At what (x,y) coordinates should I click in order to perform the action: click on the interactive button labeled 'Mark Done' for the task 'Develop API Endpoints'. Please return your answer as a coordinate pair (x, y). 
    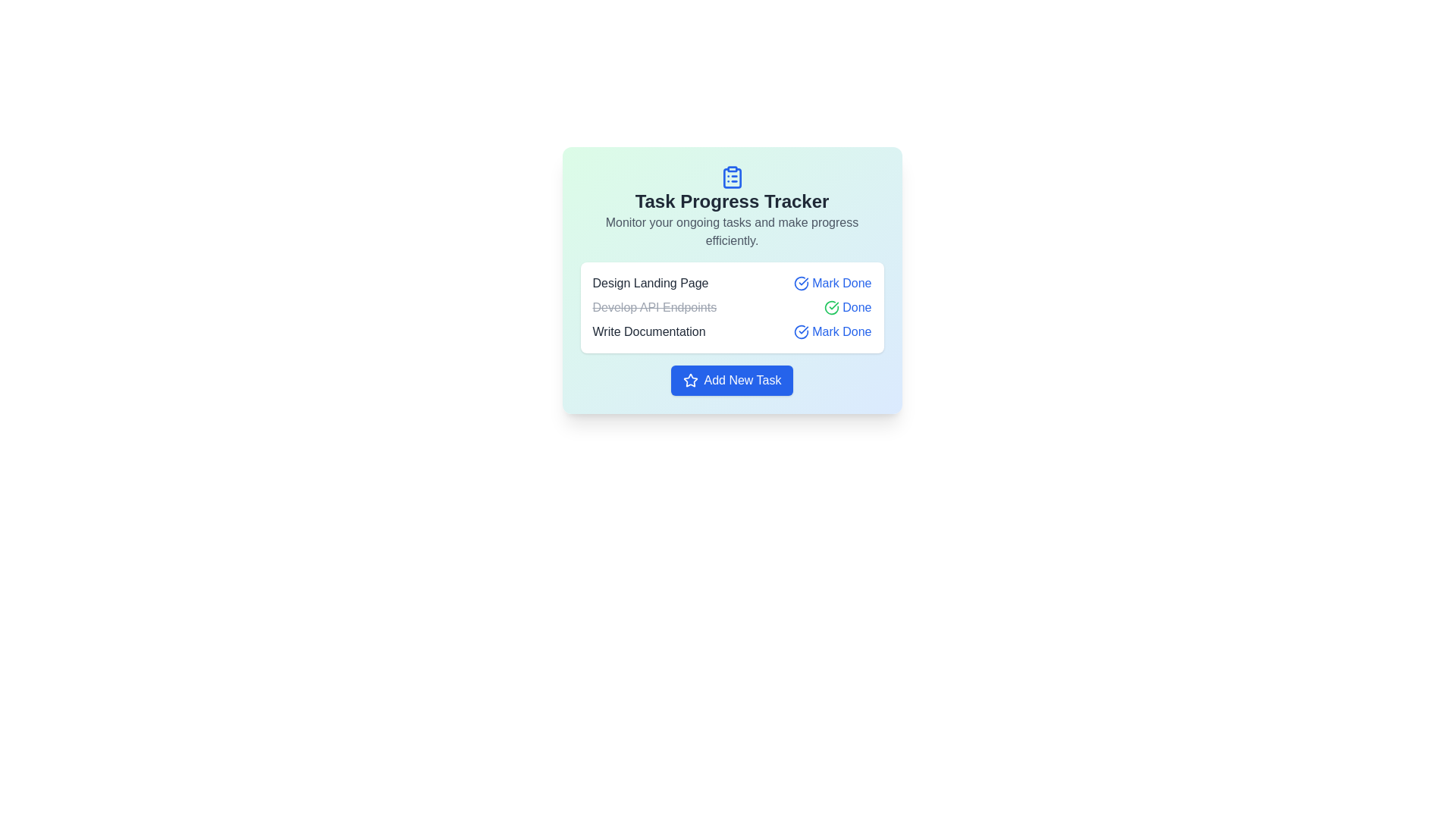
    Looking at the image, I should click on (847, 307).